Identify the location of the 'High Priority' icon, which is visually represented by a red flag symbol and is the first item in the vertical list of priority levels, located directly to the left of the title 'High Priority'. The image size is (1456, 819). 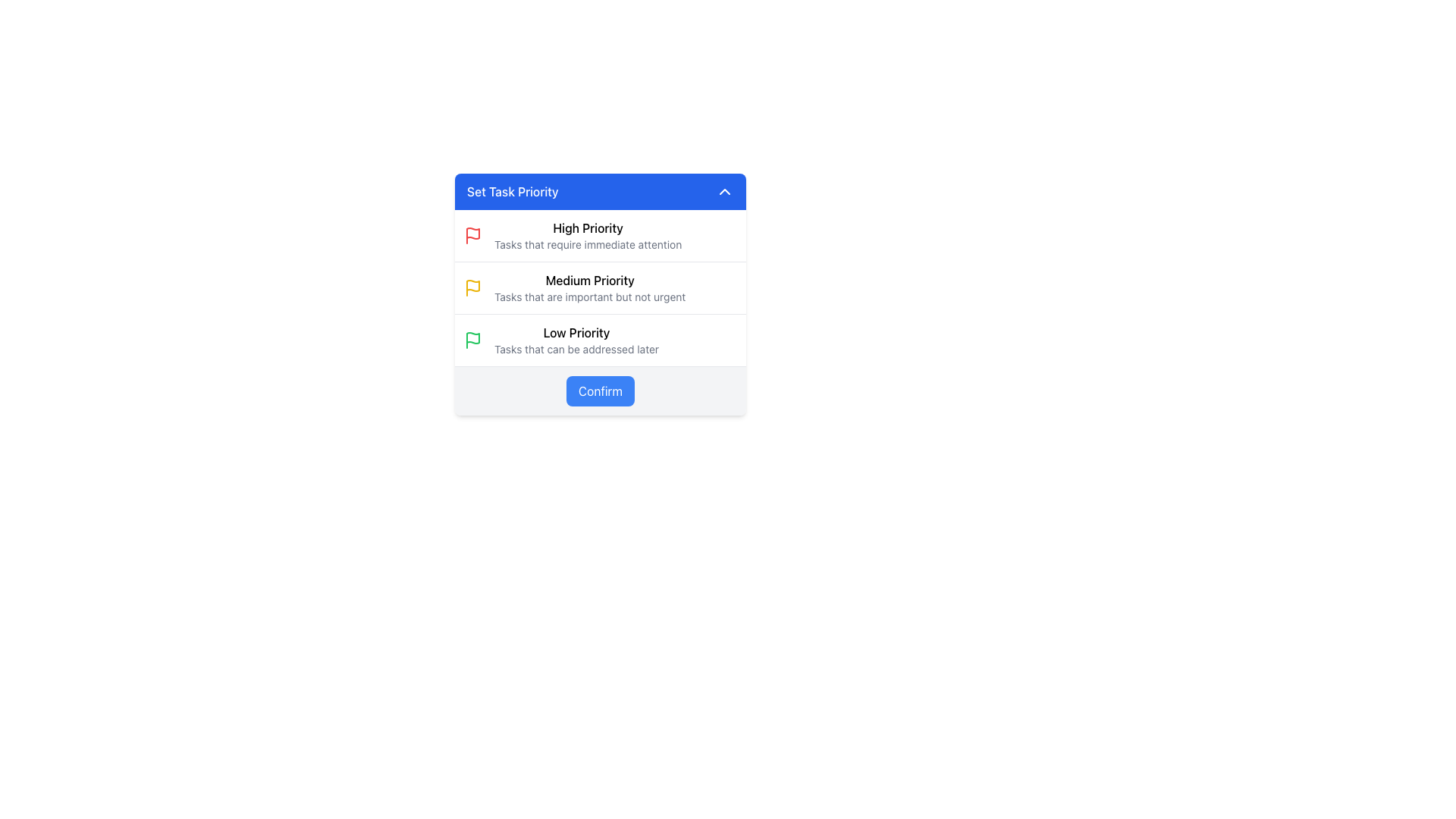
(472, 236).